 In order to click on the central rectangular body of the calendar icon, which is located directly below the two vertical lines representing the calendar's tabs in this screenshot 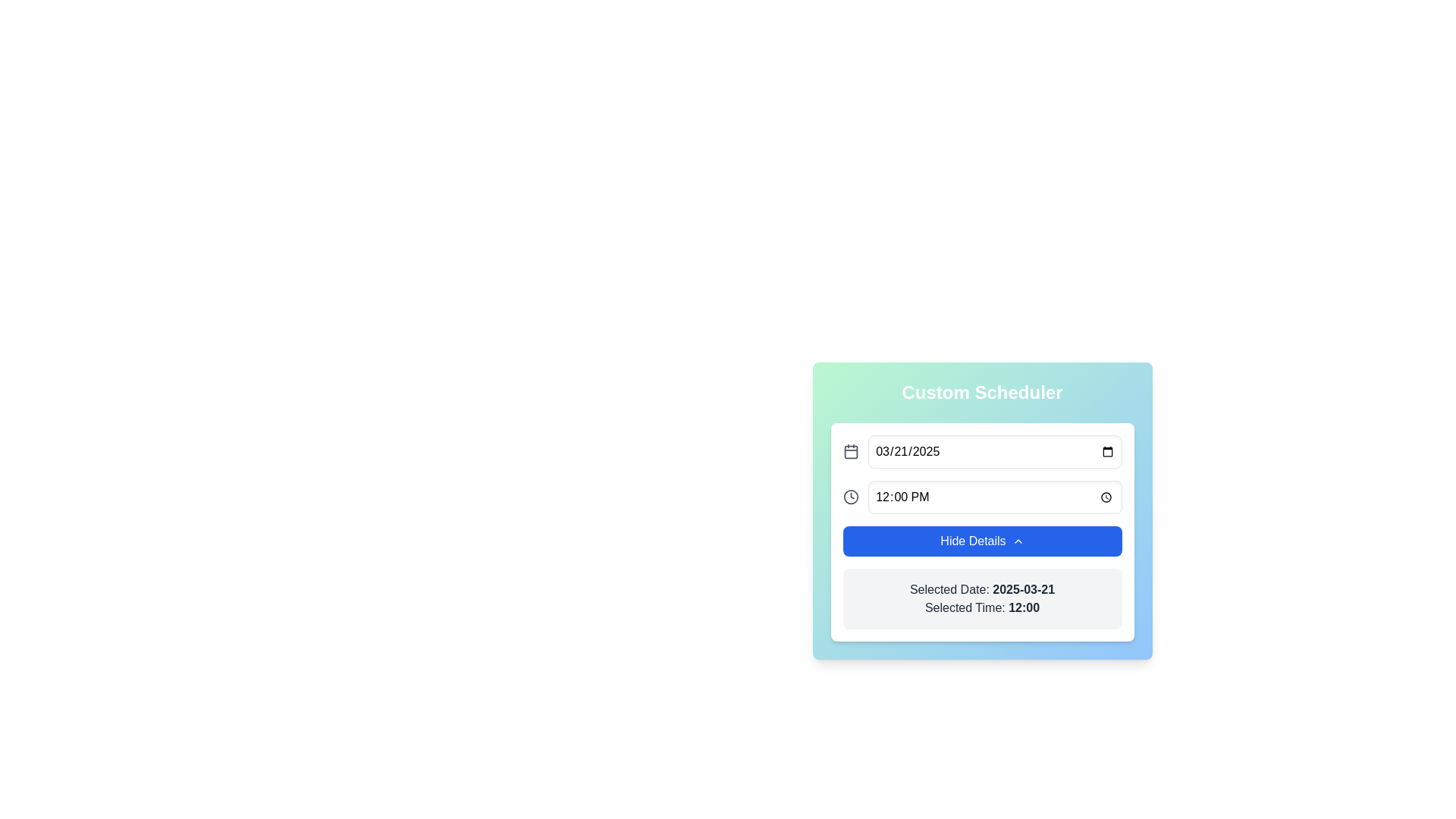, I will do `click(851, 451)`.